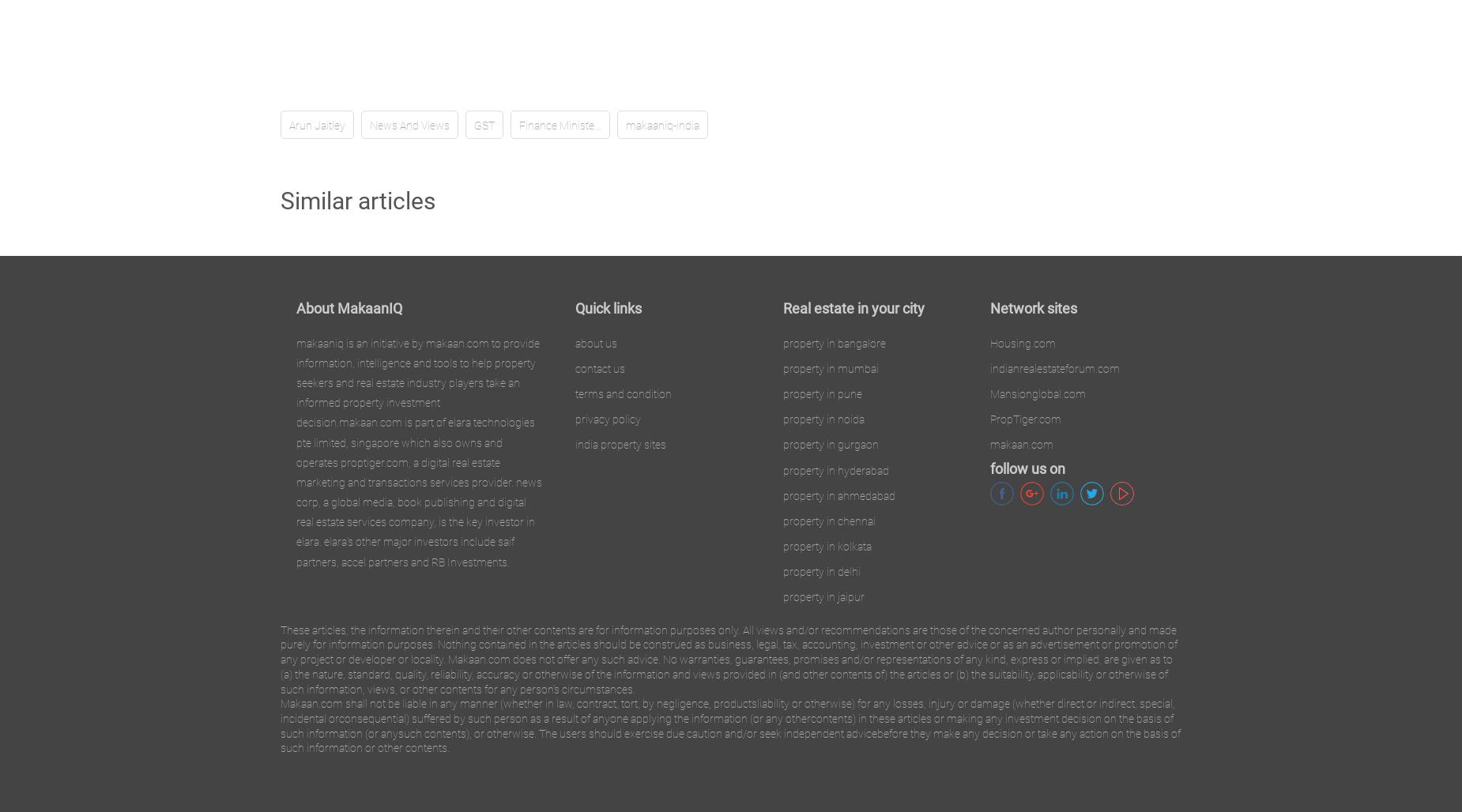  I want to click on 'About MakaanIQ', so click(348, 307).